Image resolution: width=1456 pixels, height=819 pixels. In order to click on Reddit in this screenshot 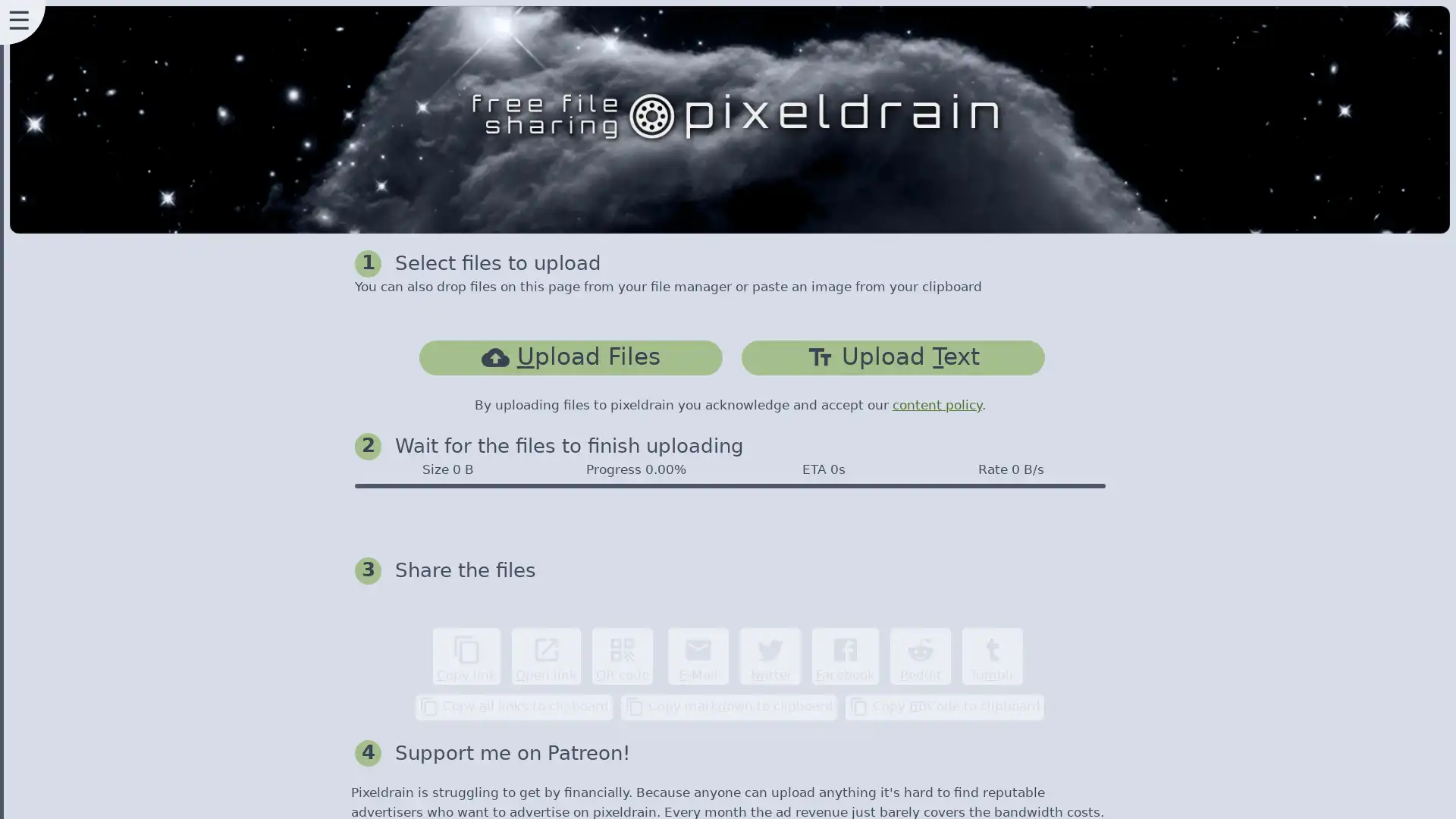, I will do `click(1028, 655)`.